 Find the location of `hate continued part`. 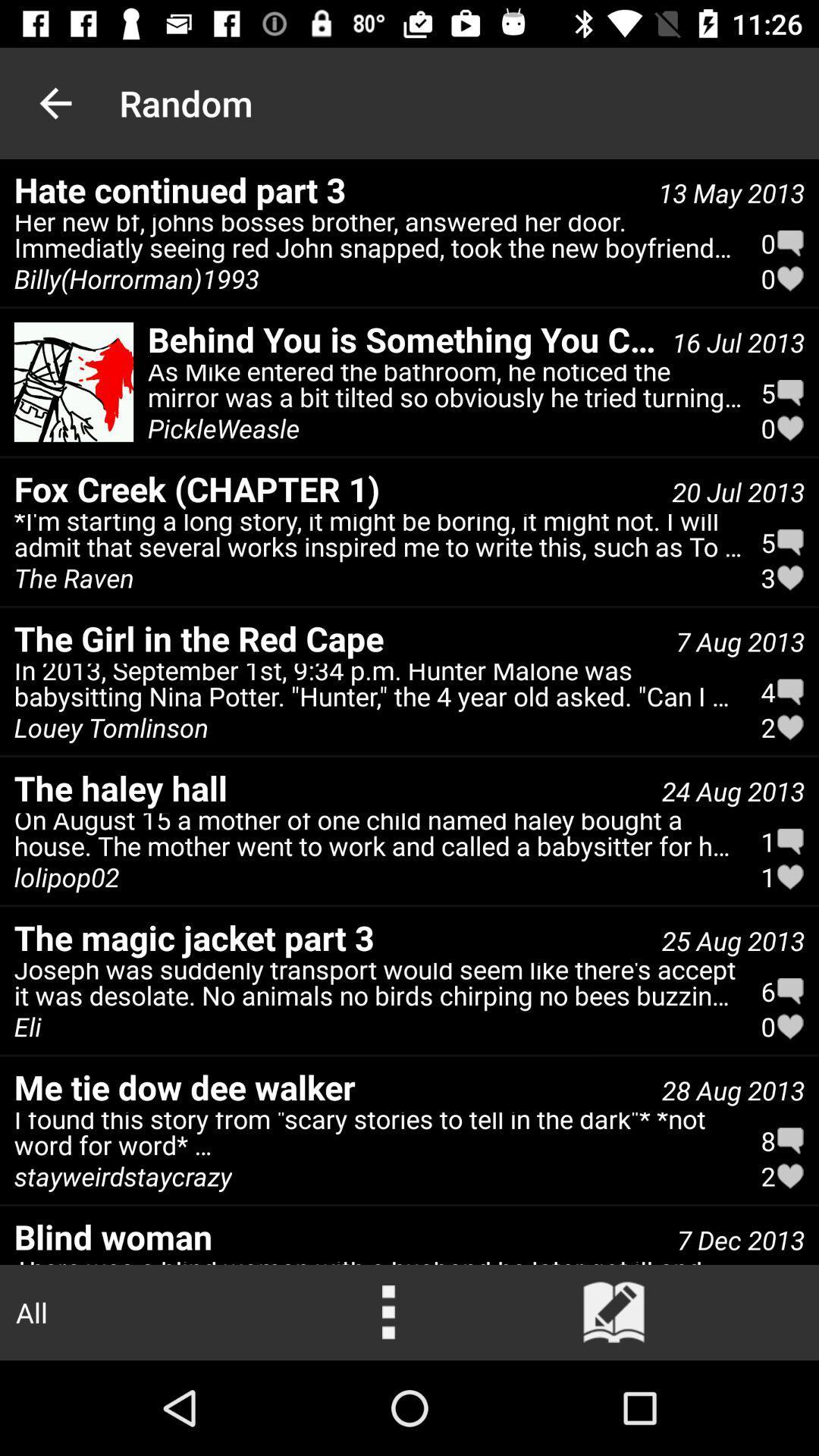

hate continued part is located at coordinates (328, 189).